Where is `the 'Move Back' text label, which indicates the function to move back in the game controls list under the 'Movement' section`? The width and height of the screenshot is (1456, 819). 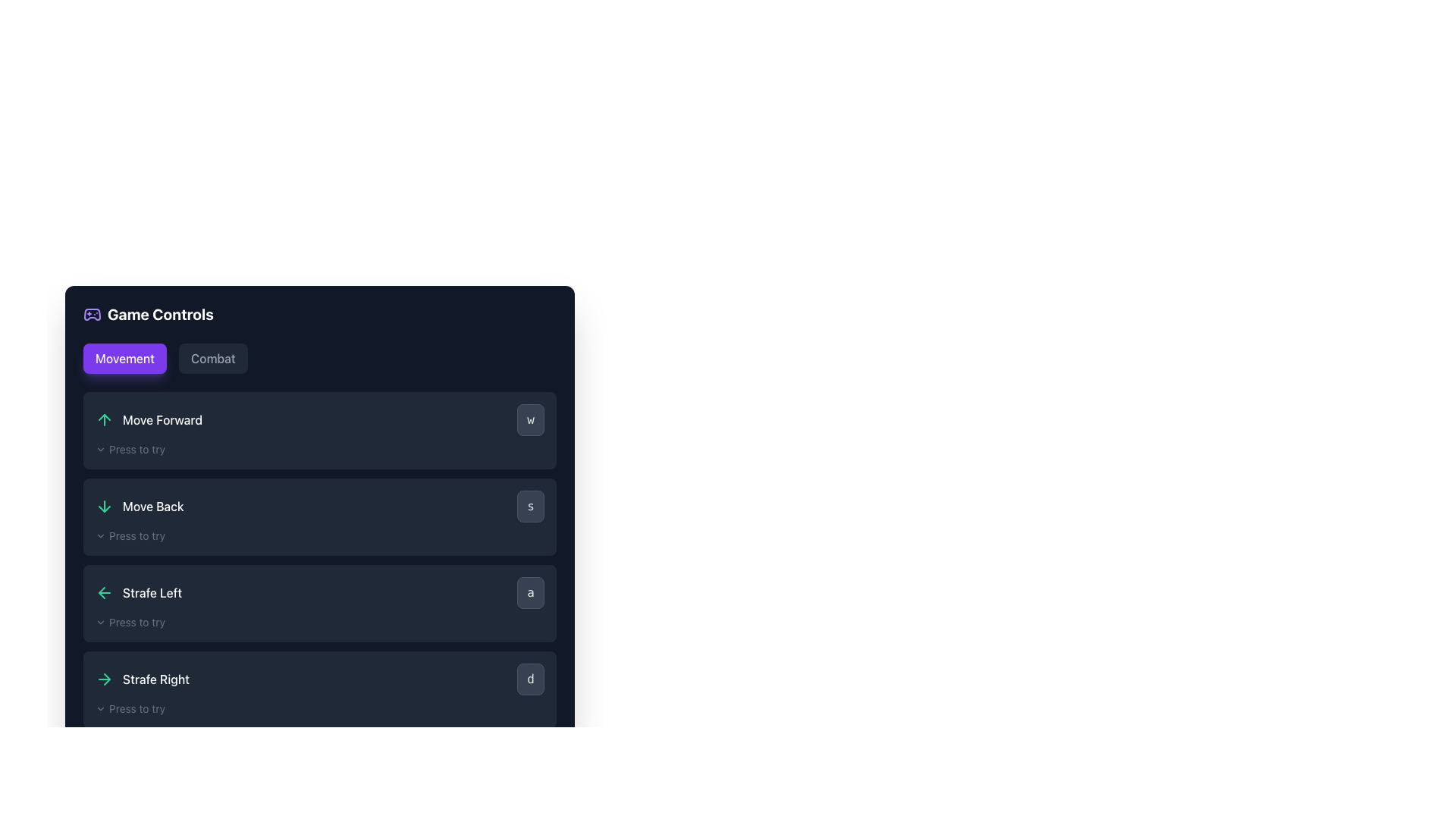
the 'Move Back' text label, which indicates the function to move back in the game controls list under the 'Movement' section is located at coordinates (153, 506).